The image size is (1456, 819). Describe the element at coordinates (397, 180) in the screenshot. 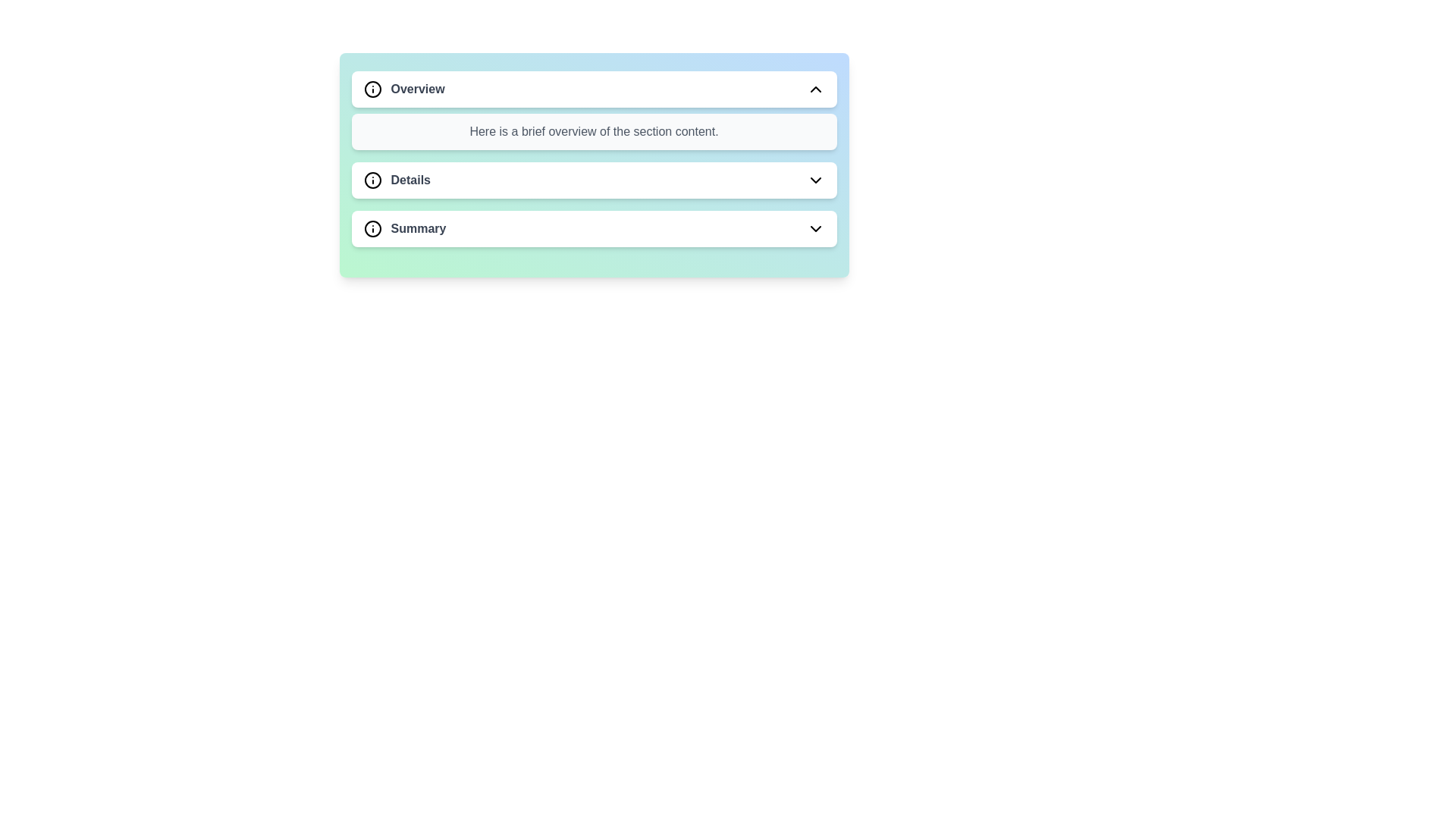

I see `the second option in the vertically stacked list of sections that is located beneath the 'Overview' section and above the 'Summary' section` at that location.